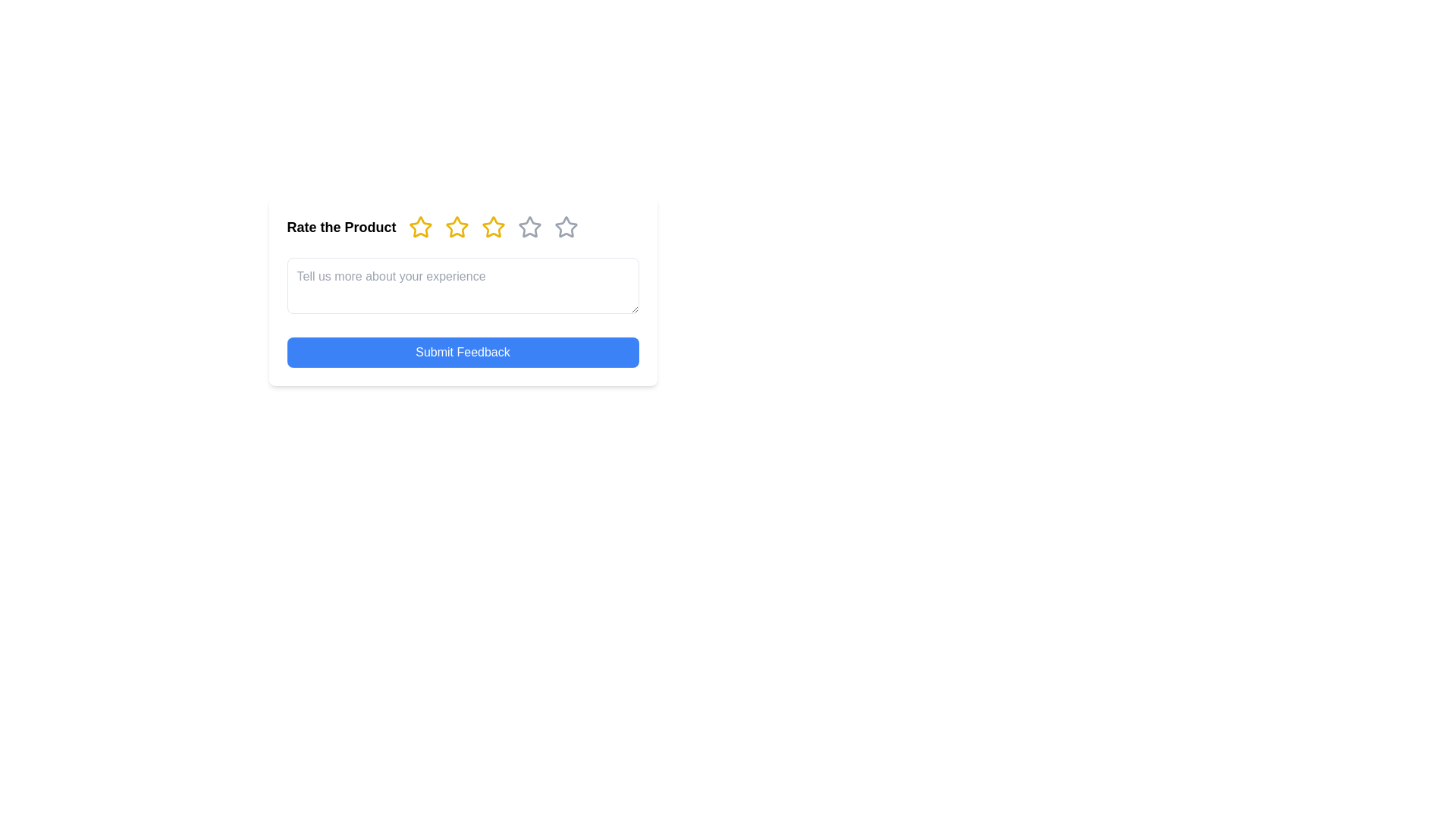 This screenshot has width=1456, height=819. Describe the element at coordinates (456, 227) in the screenshot. I see `the third yellow star icon in the rating row` at that location.